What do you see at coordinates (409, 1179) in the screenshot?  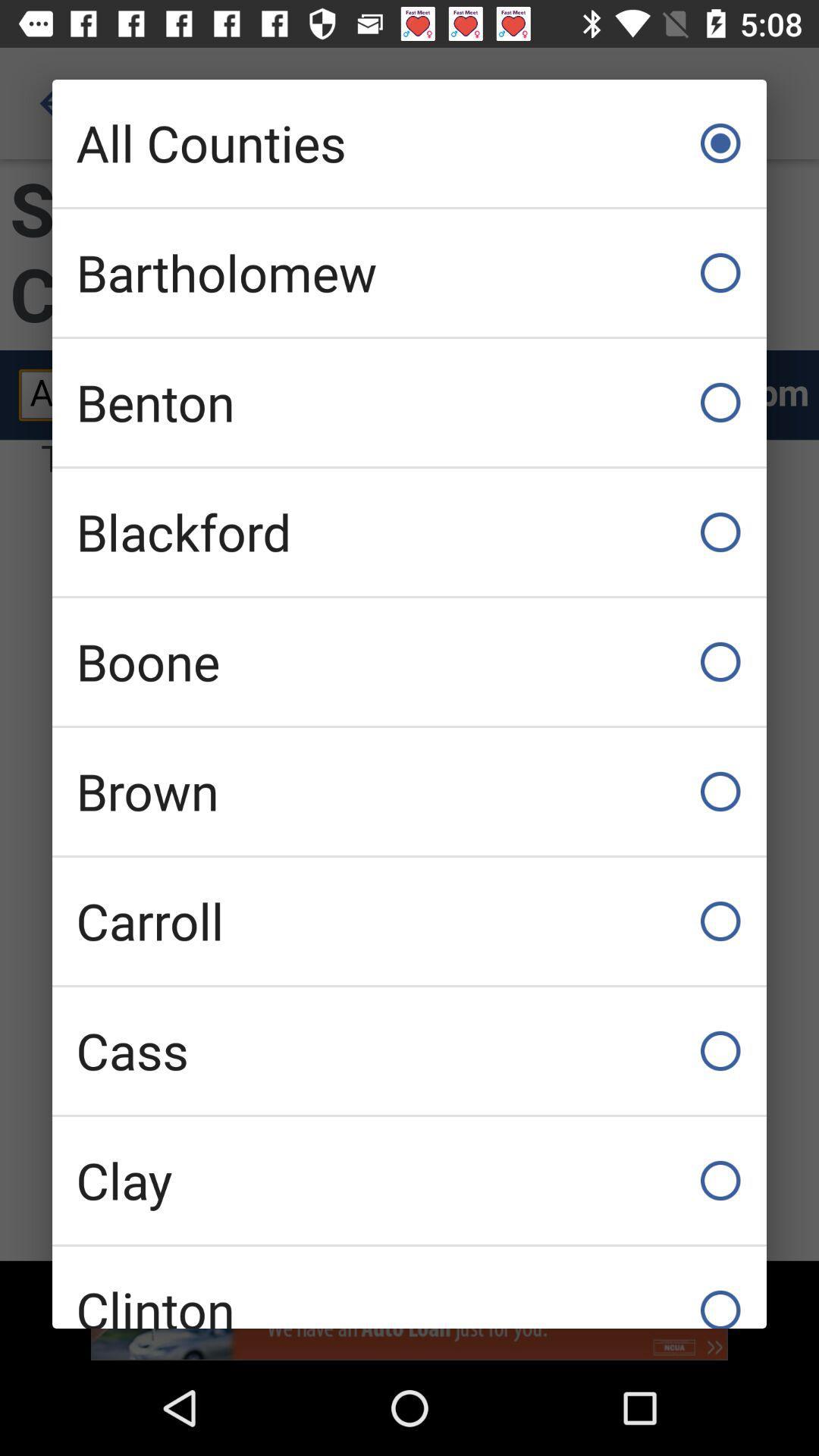 I see `the item below cass` at bounding box center [409, 1179].